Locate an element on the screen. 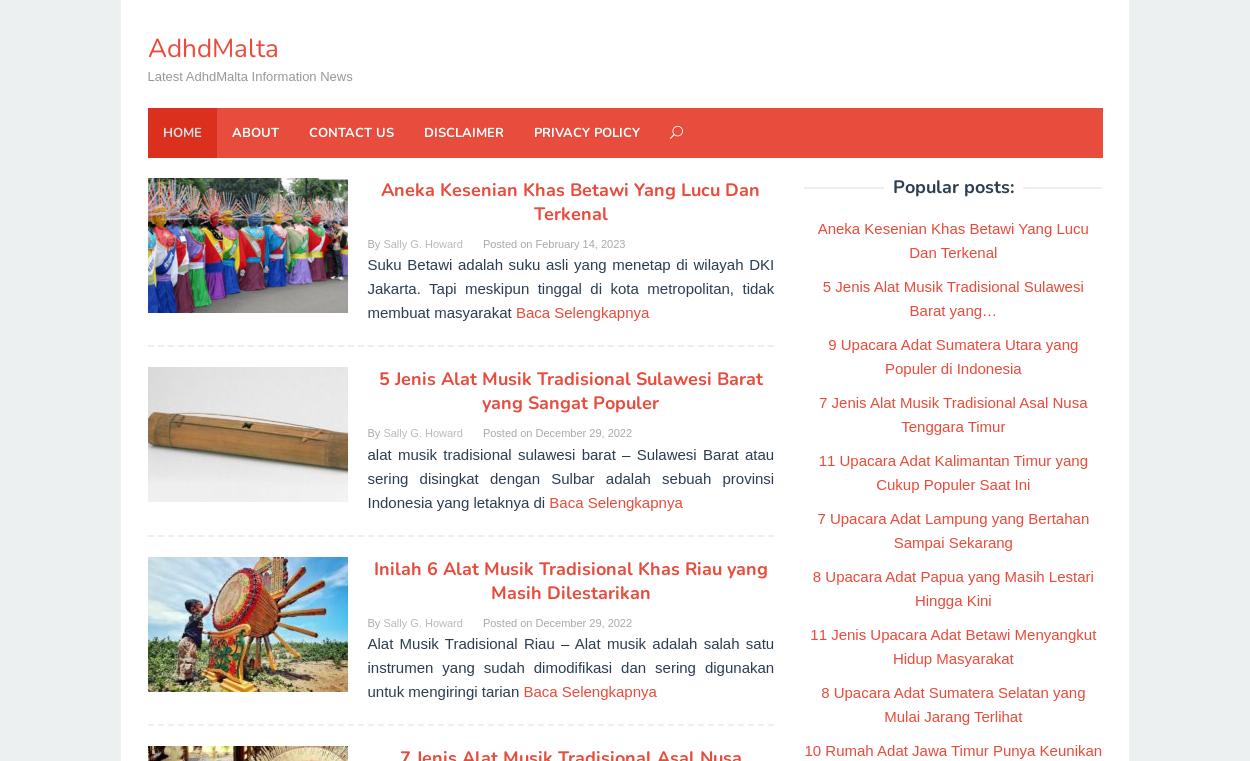 This screenshot has height=761, width=1250. '11 Jenis Upacara Adat Betawi Menyangkut Hidup Masyarakat' is located at coordinates (952, 645).